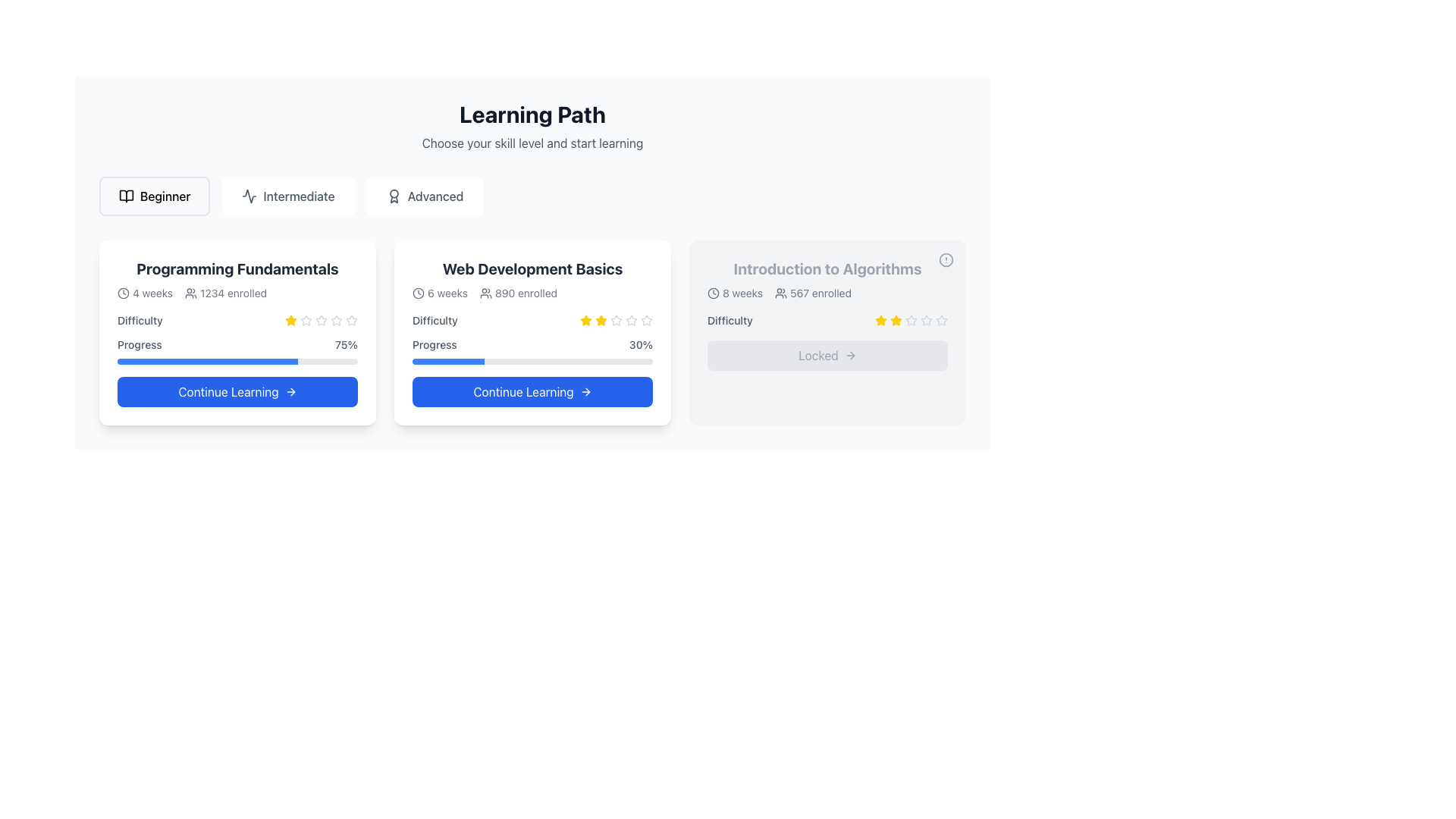 The width and height of the screenshot is (1456, 819). I want to click on the filled portion of the progress bar, which is a blue rectangular bar indicating 30% progress within the progress bar of the 'Web Development Basics' card, so click(447, 362).